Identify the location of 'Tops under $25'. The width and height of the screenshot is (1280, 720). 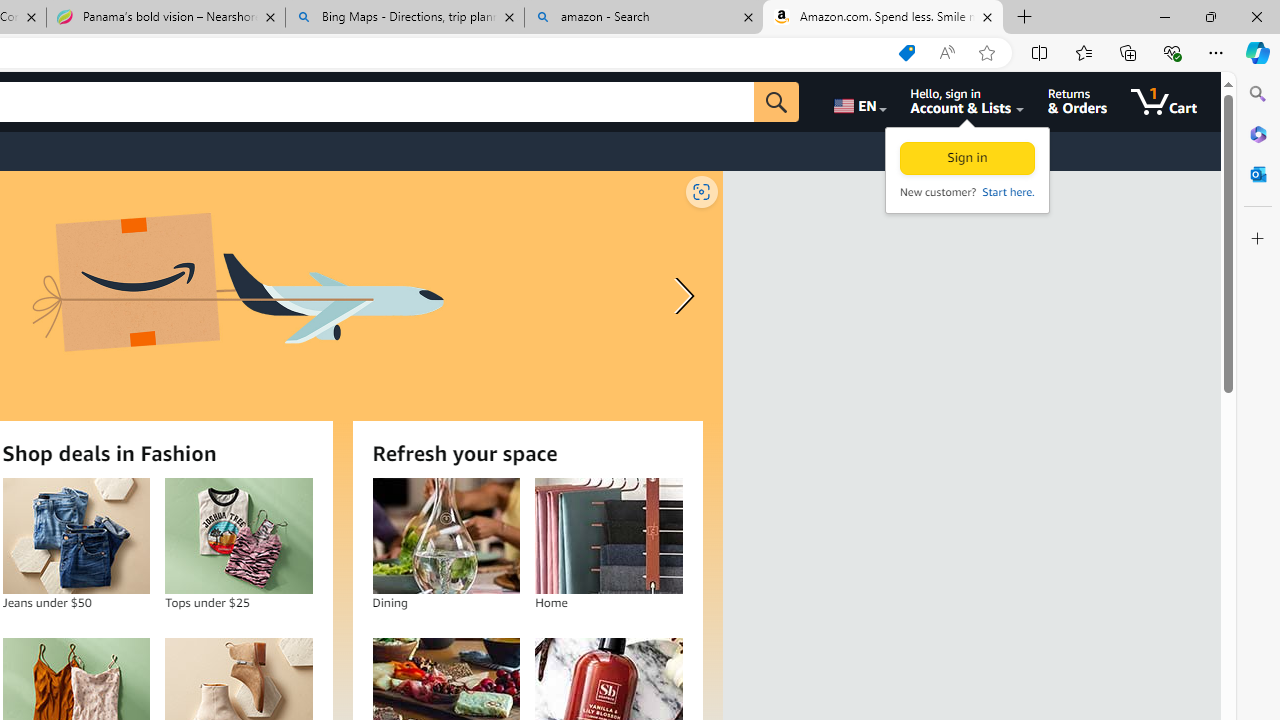
(238, 535).